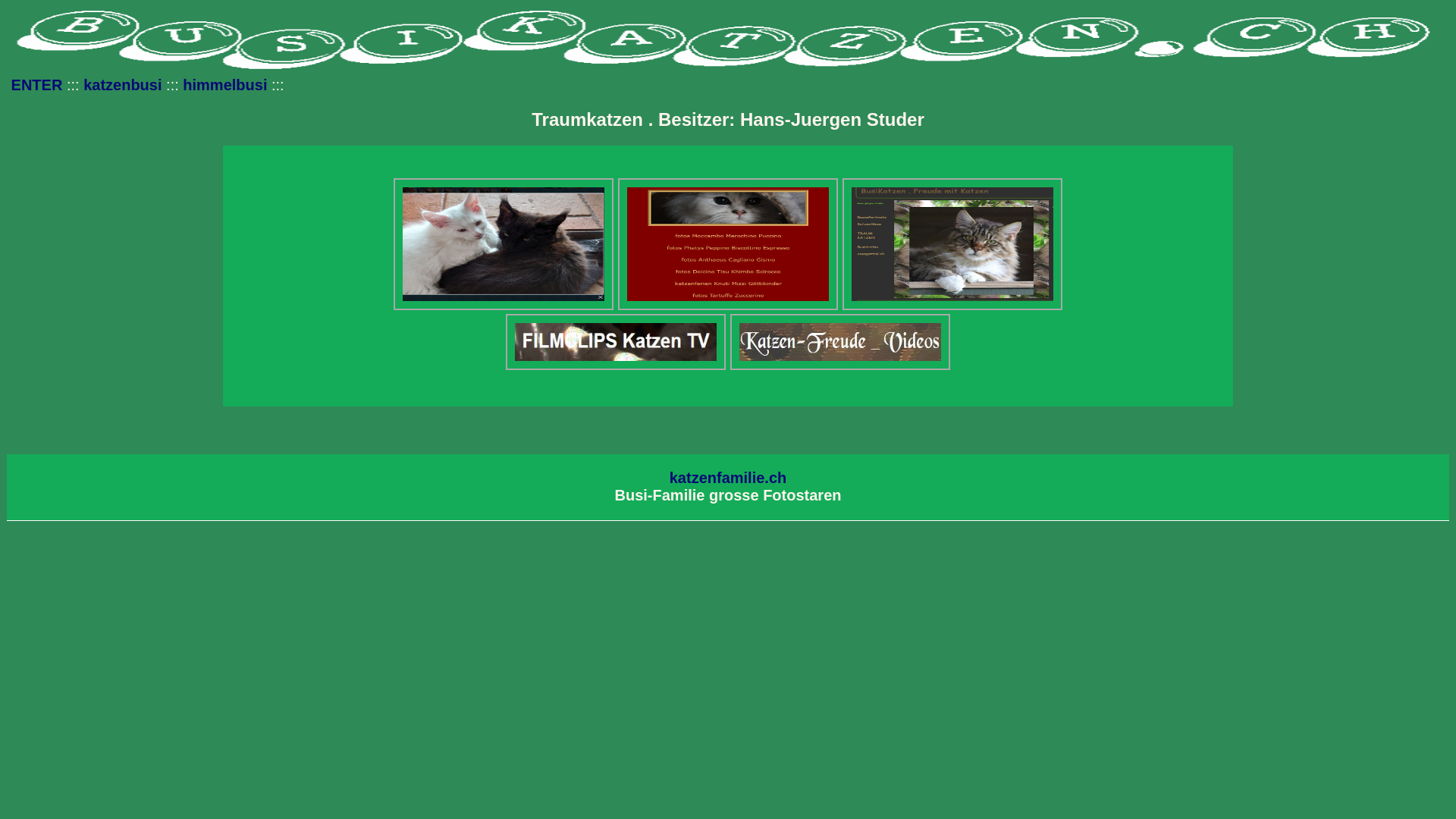  What do you see at coordinates (728, 476) in the screenshot?
I see `'katzenfamilie.ch'` at bounding box center [728, 476].